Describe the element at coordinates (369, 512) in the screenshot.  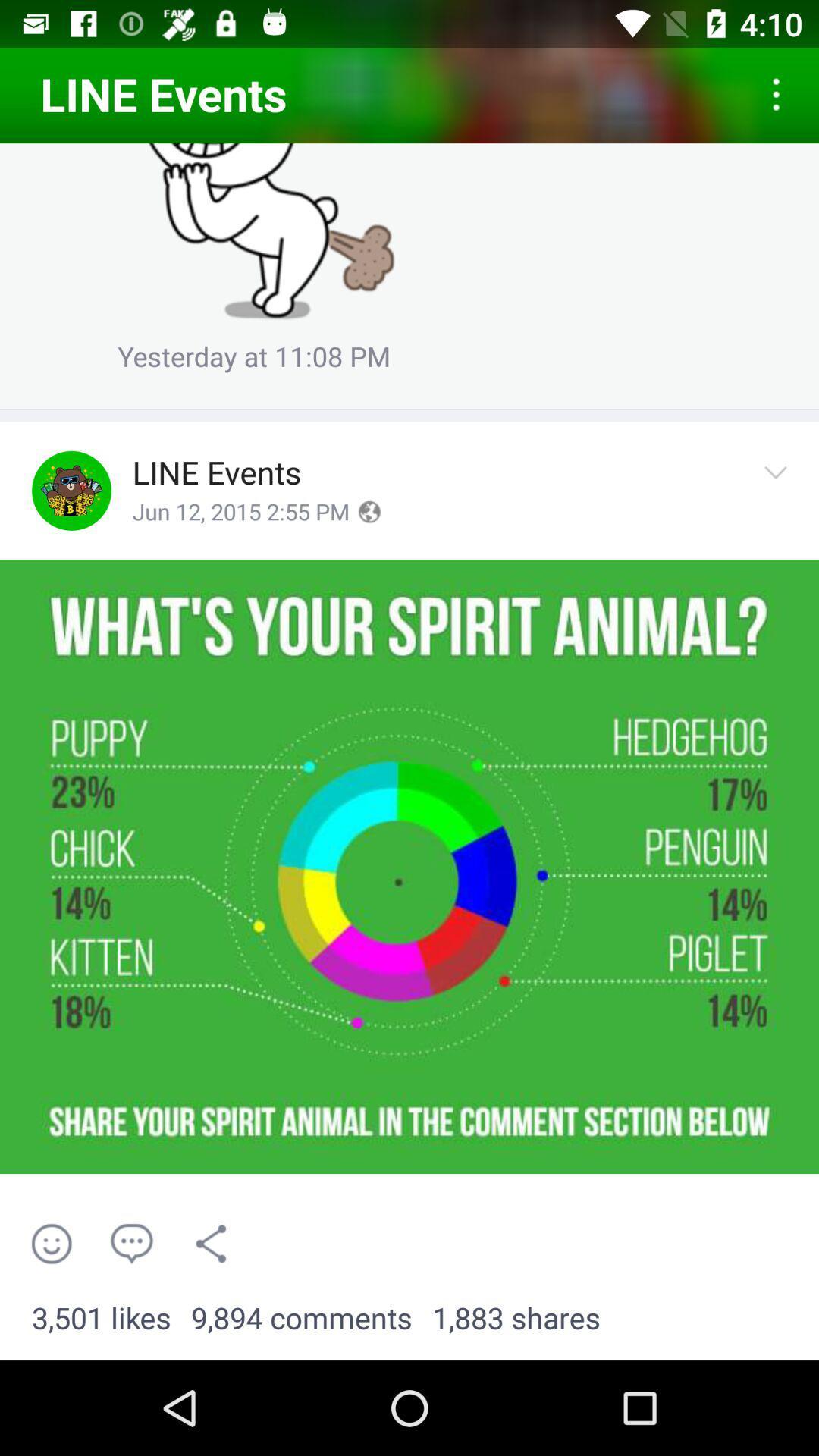
I see `earth internet symbol` at that location.